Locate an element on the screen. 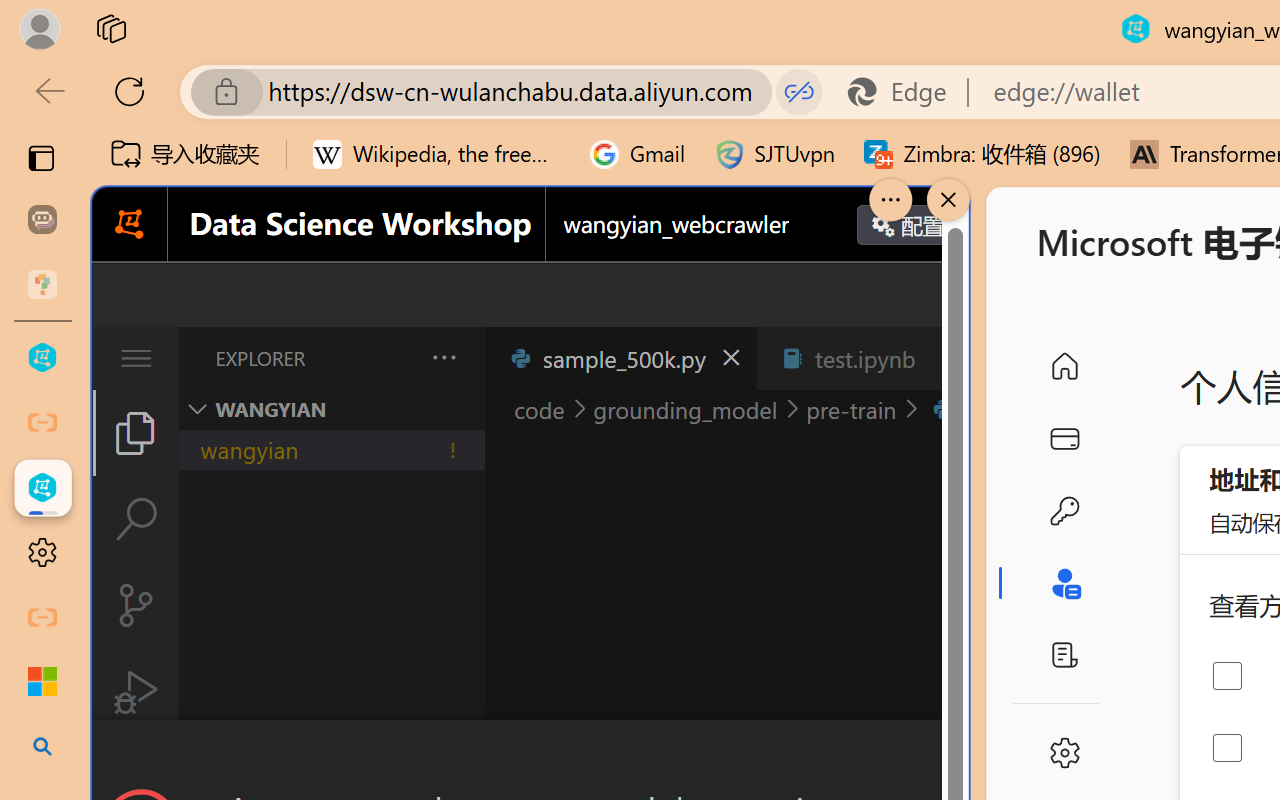  'Close Dialog' is located at coordinates (960, 756).